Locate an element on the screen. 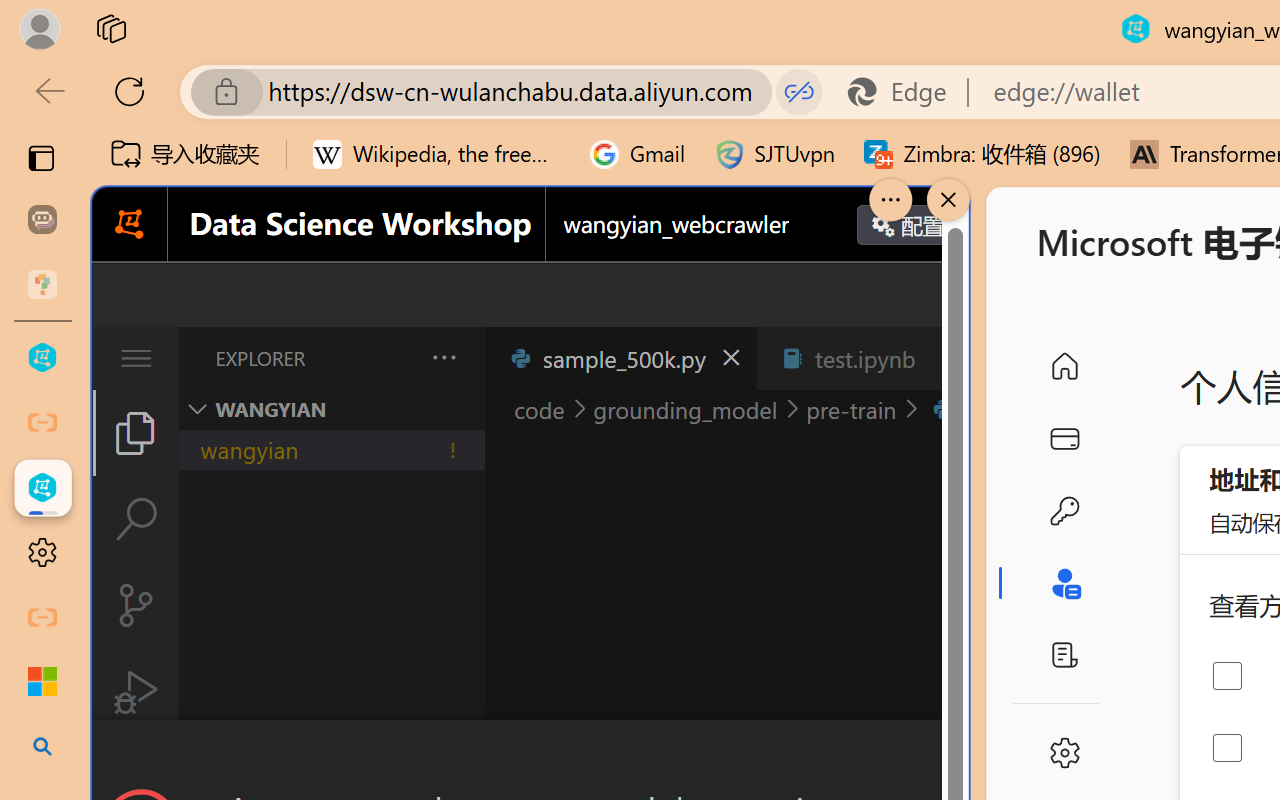  'Close Dialog' is located at coordinates (960, 756).